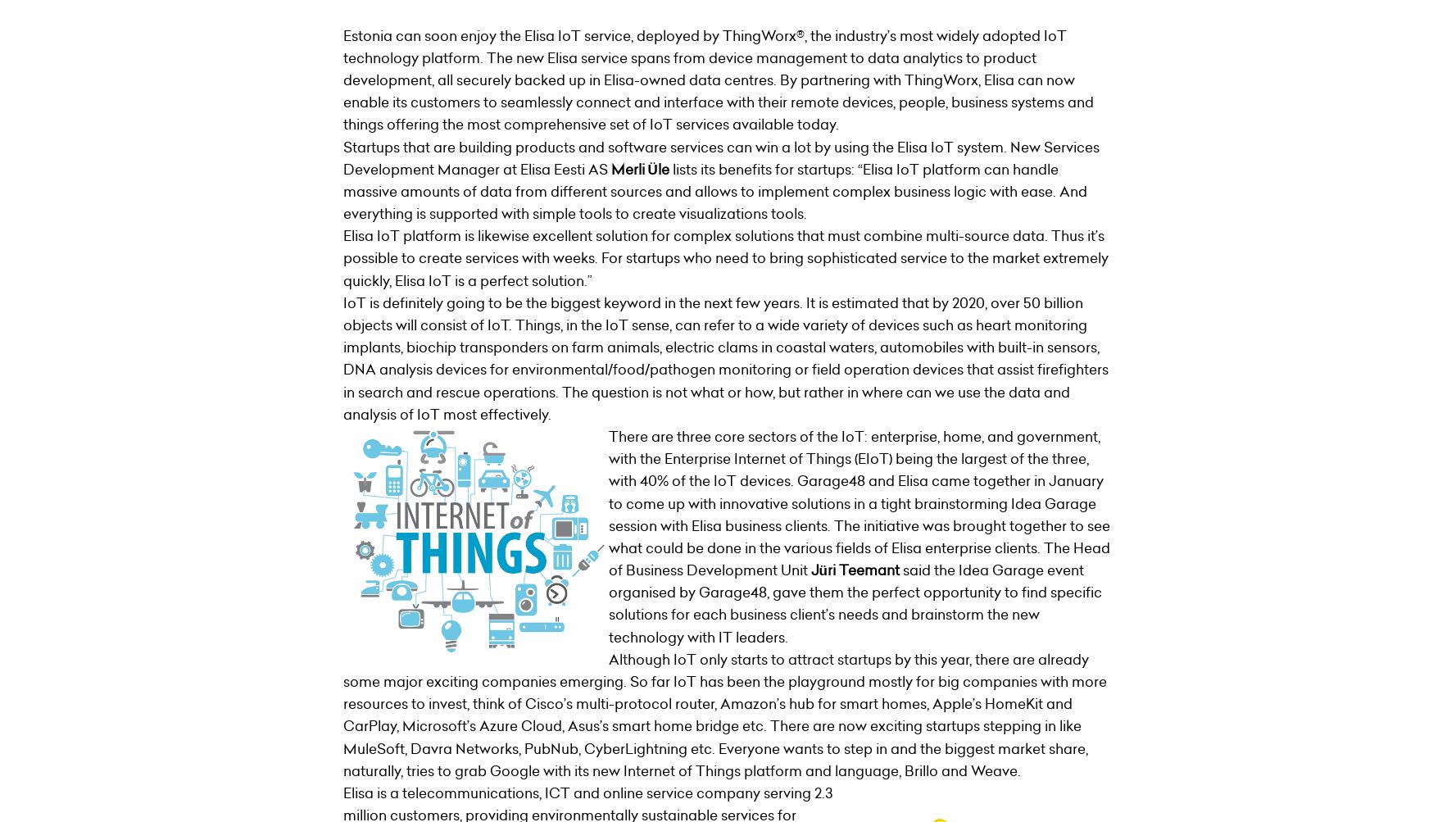 This screenshot has height=822, width=1456. Describe the element at coordinates (723, 358) in the screenshot. I see `'IoT is definitely going to be the biggest keyword in the next few years. It is estimated that by 2020, over 50 billion objects will consist of IoT. Things, in the IoT sense, can refer to a wide variety of devices such as heart monitoring implants, biochip transponders on farm animals, electric clams in coastal waters, automobiles with built-in sensors, DNA analysis devices for environmental/food/pathogen monitoring or field operation devices that assist firefighters in search and rescue operations. The question is not what or how, but rather in where can we use the data and analysis of IoT most effectively.'` at that location.